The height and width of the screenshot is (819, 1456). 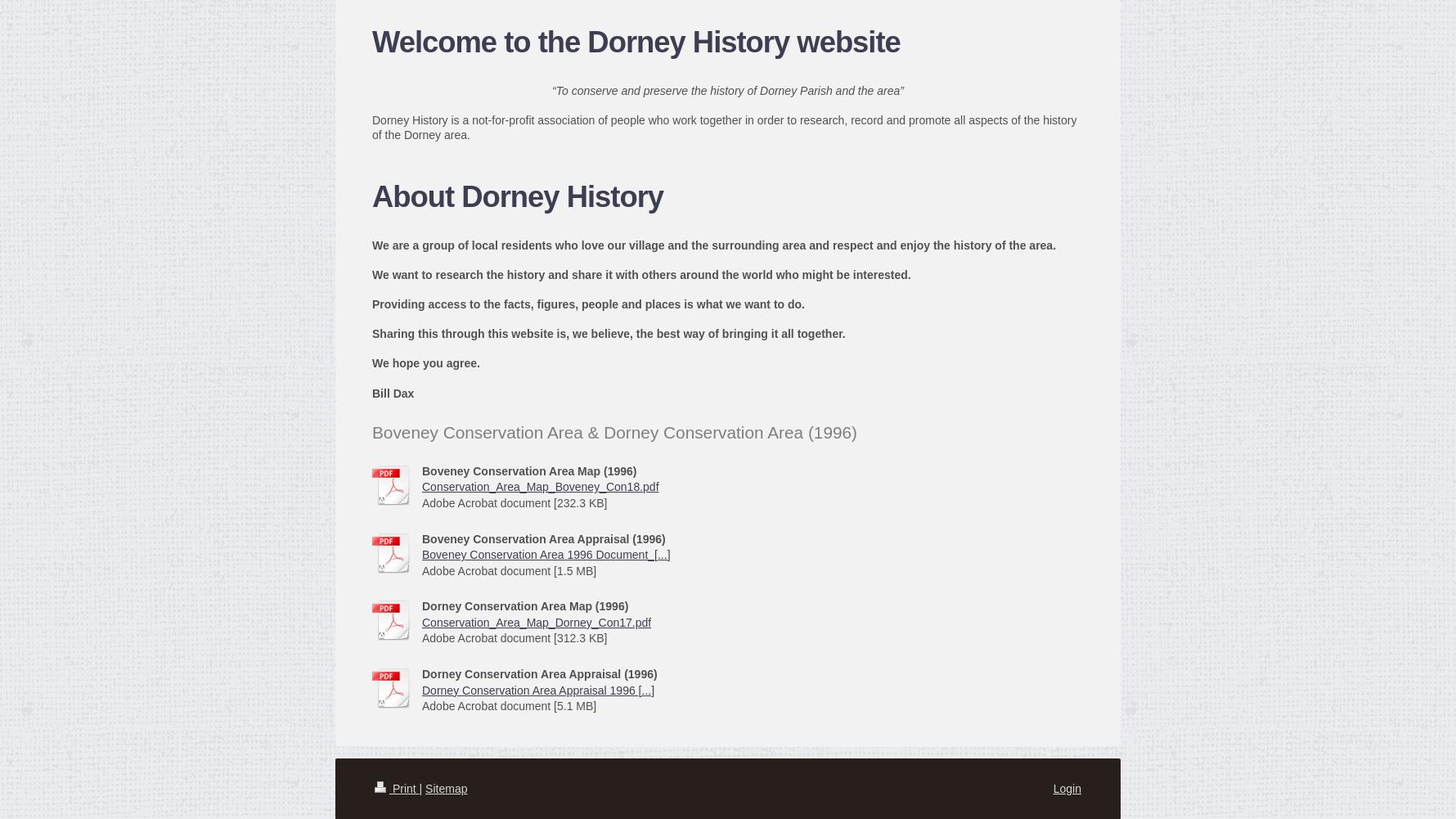 What do you see at coordinates (445, 786) in the screenshot?
I see `'Sitemap'` at bounding box center [445, 786].